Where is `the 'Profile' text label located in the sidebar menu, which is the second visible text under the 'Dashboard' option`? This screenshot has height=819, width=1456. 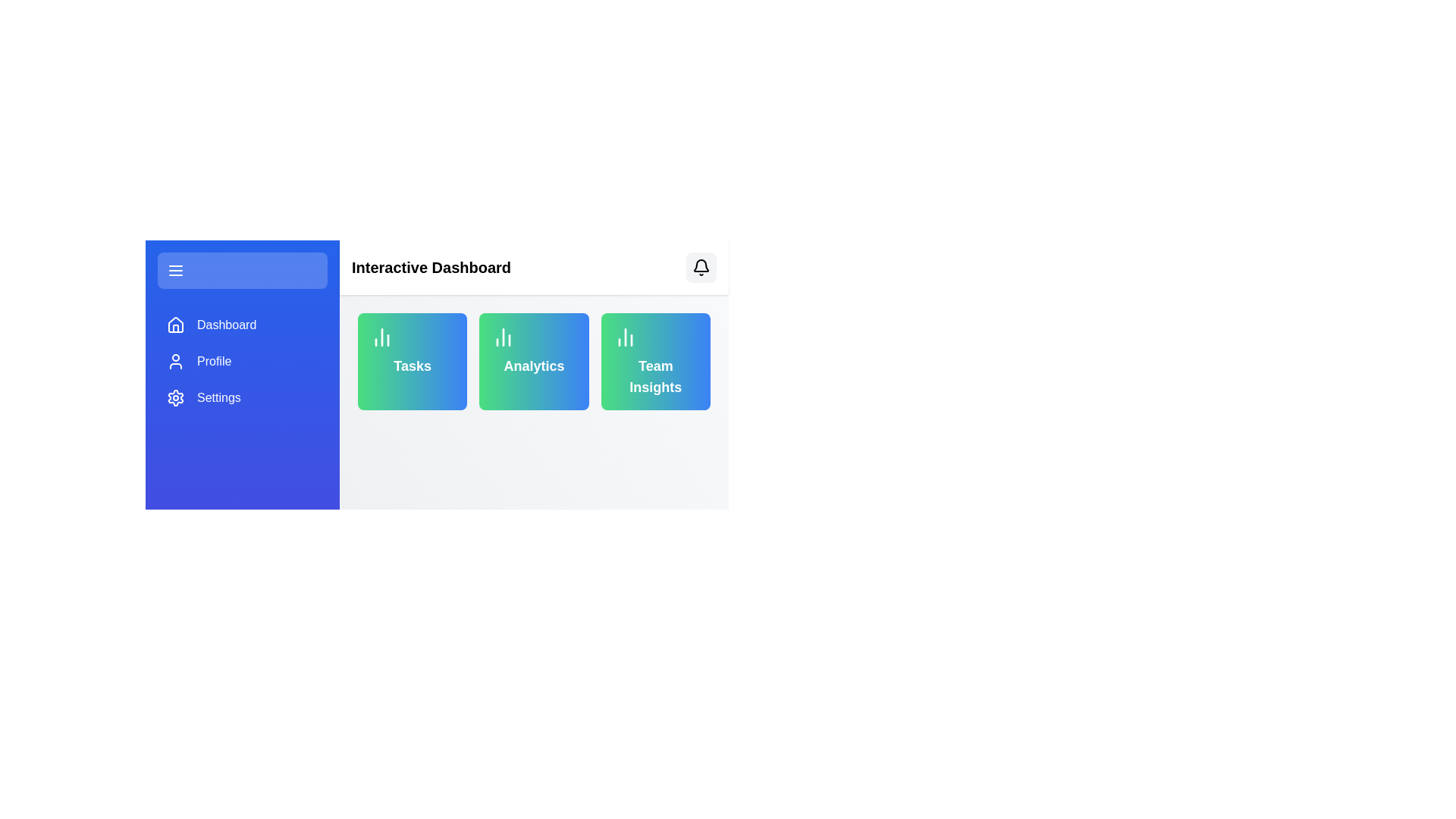 the 'Profile' text label located in the sidebar menu, which is the second visible text under the 'Dashboard' option is located at coordinates (213, 362).